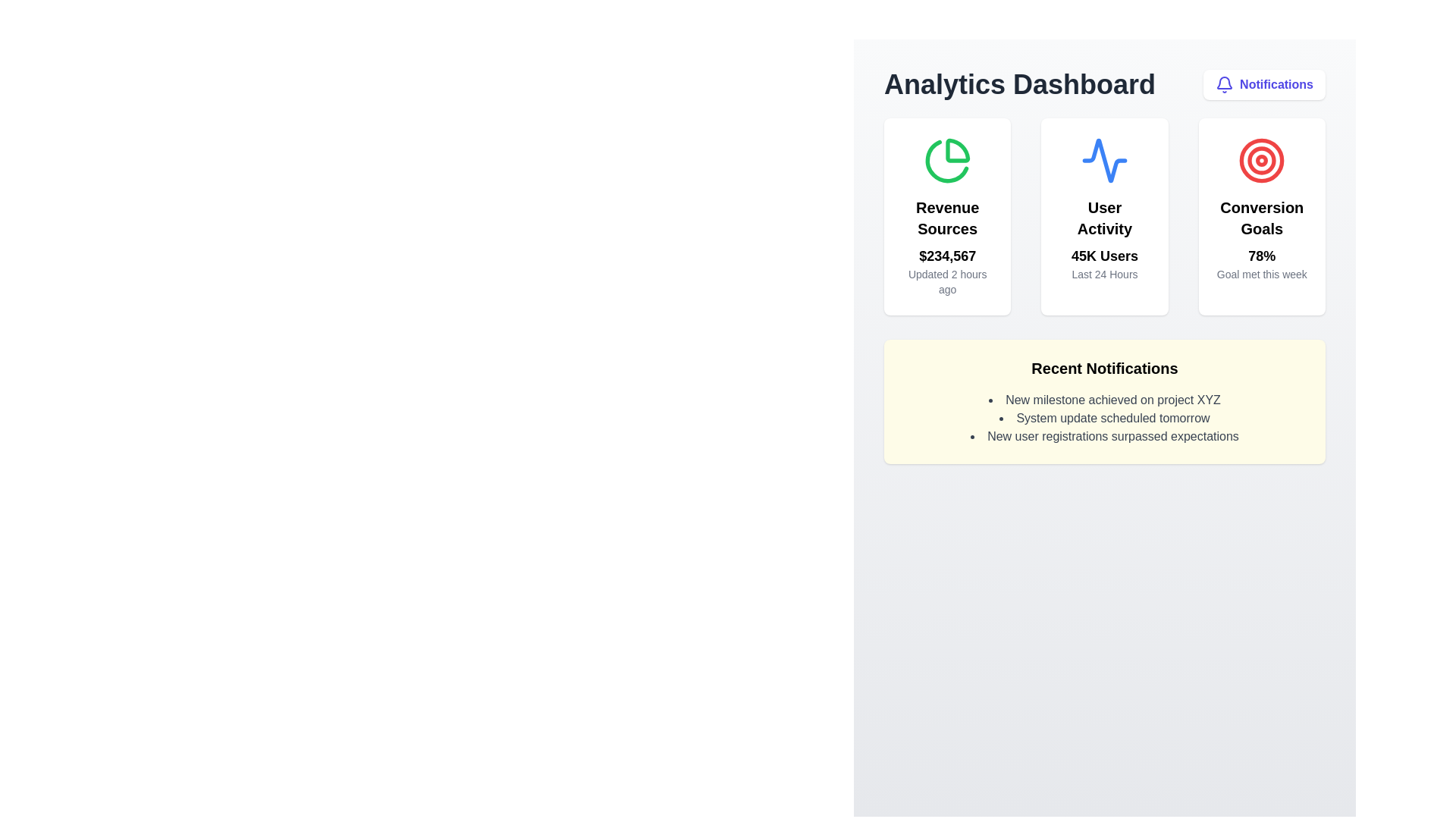 This screenshot has height=819, width=1456. Describe the element at coordinates (1104, 161) in the screenshot. I see `the user activity icon located at the top center of the 'User Activity' card, above the text 'User Activity.'` at that location.